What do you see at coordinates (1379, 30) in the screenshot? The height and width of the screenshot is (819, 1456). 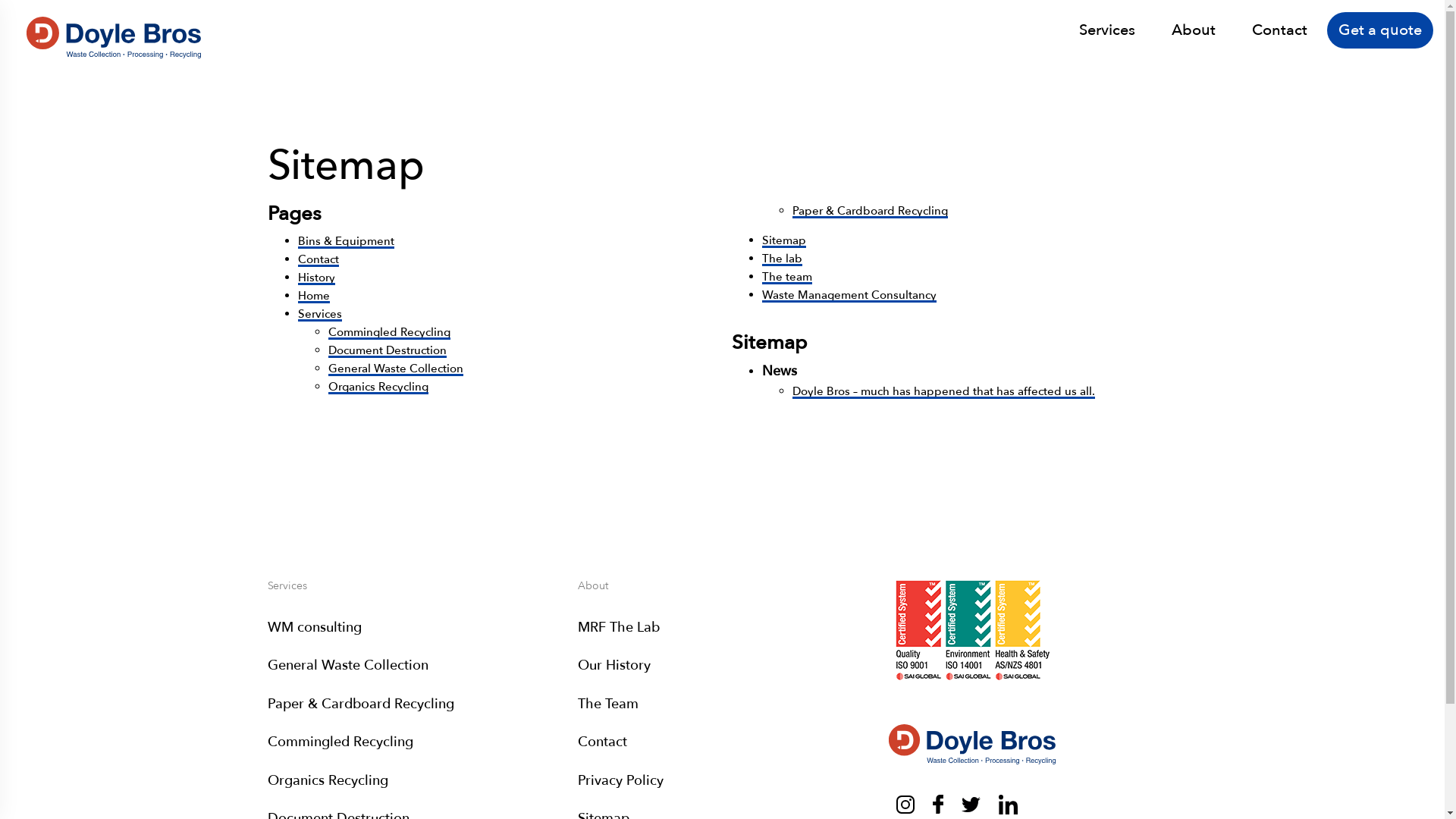 I see `'Get a quote'` at bounding box center [1379, 30].